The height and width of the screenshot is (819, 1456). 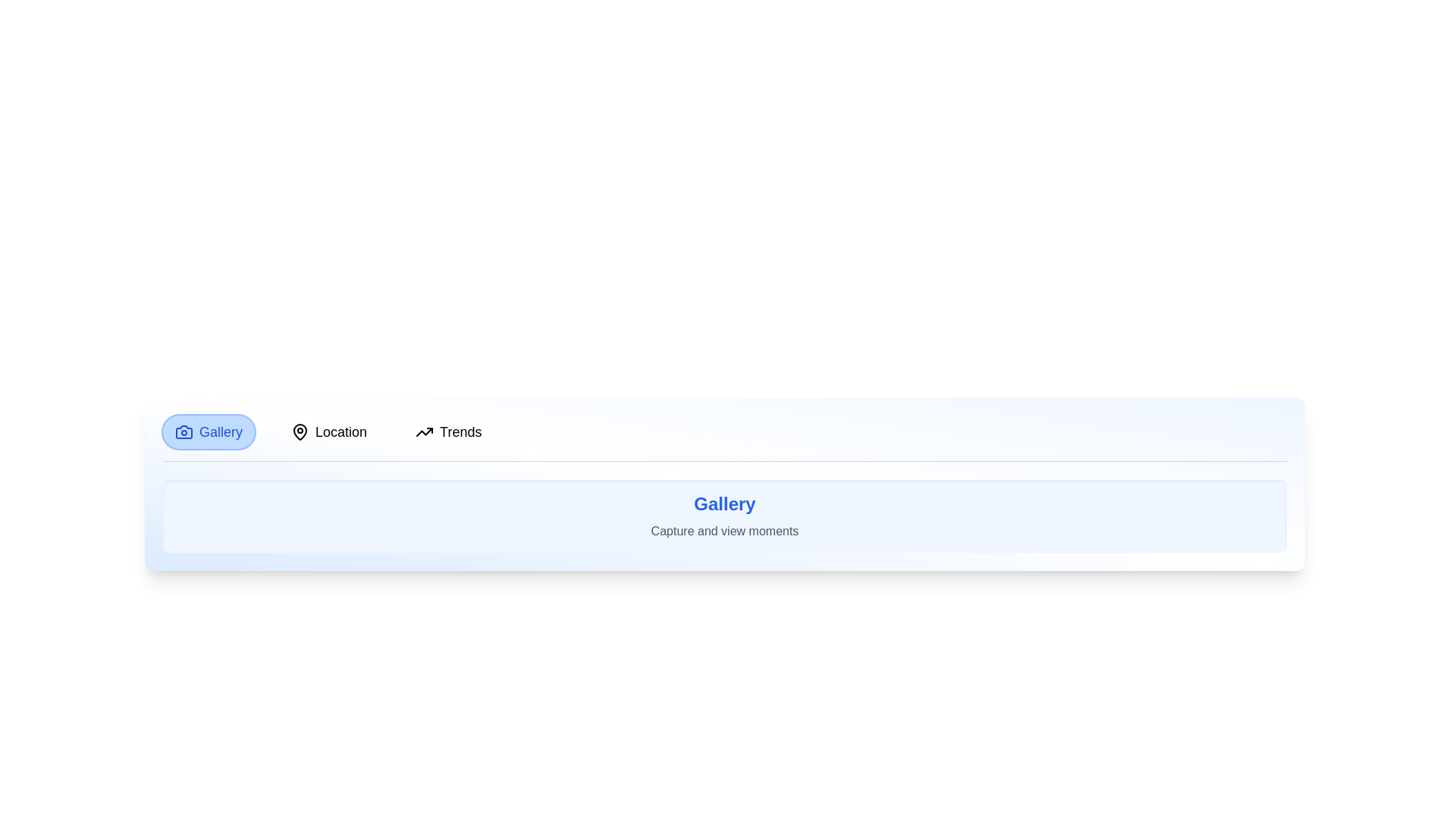 I want to click on the Trends tab, so click(x=447, y=432).